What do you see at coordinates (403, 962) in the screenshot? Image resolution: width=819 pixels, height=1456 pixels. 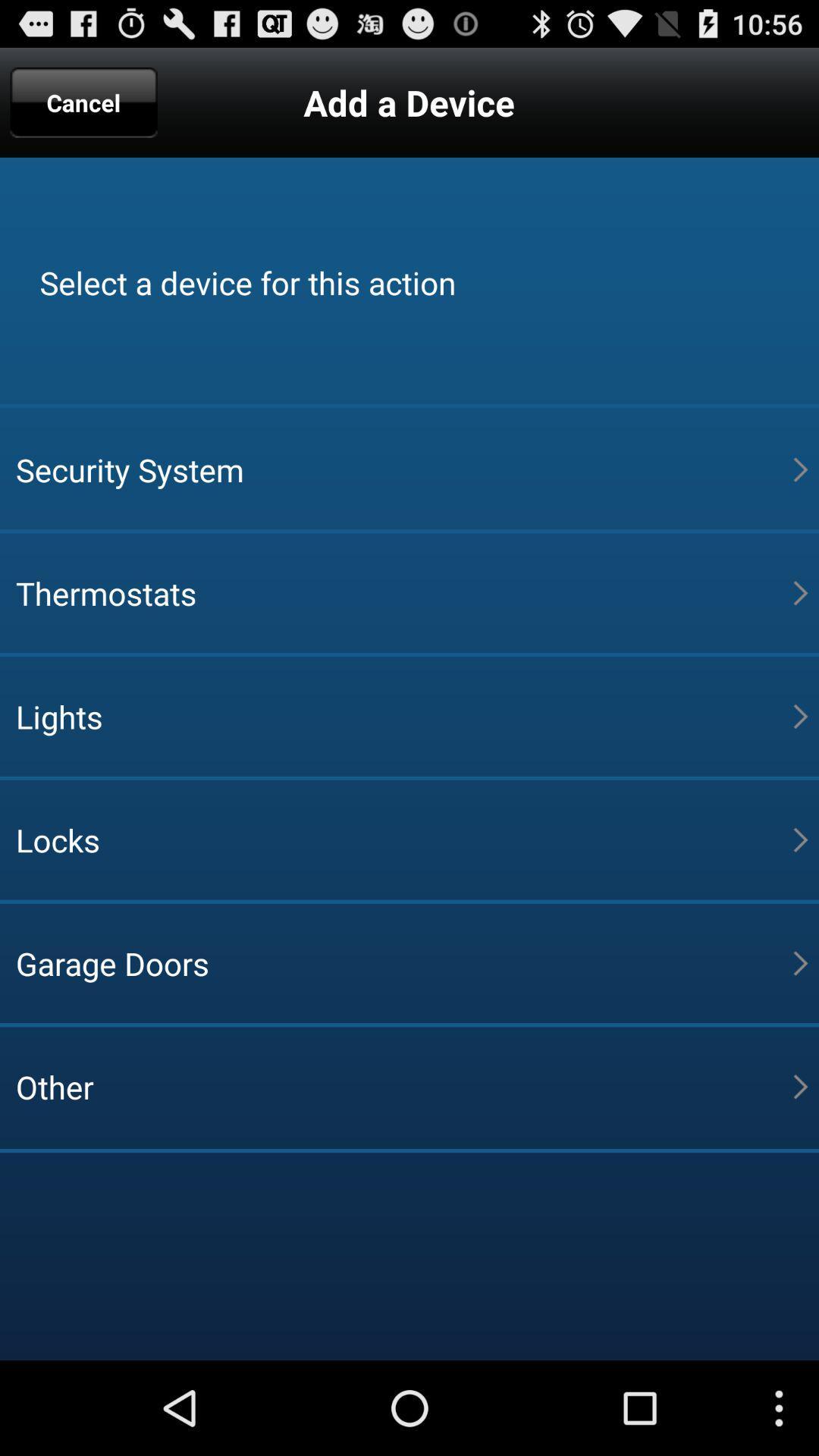 I see `app below the locks item` at bounding box center [403, 962].